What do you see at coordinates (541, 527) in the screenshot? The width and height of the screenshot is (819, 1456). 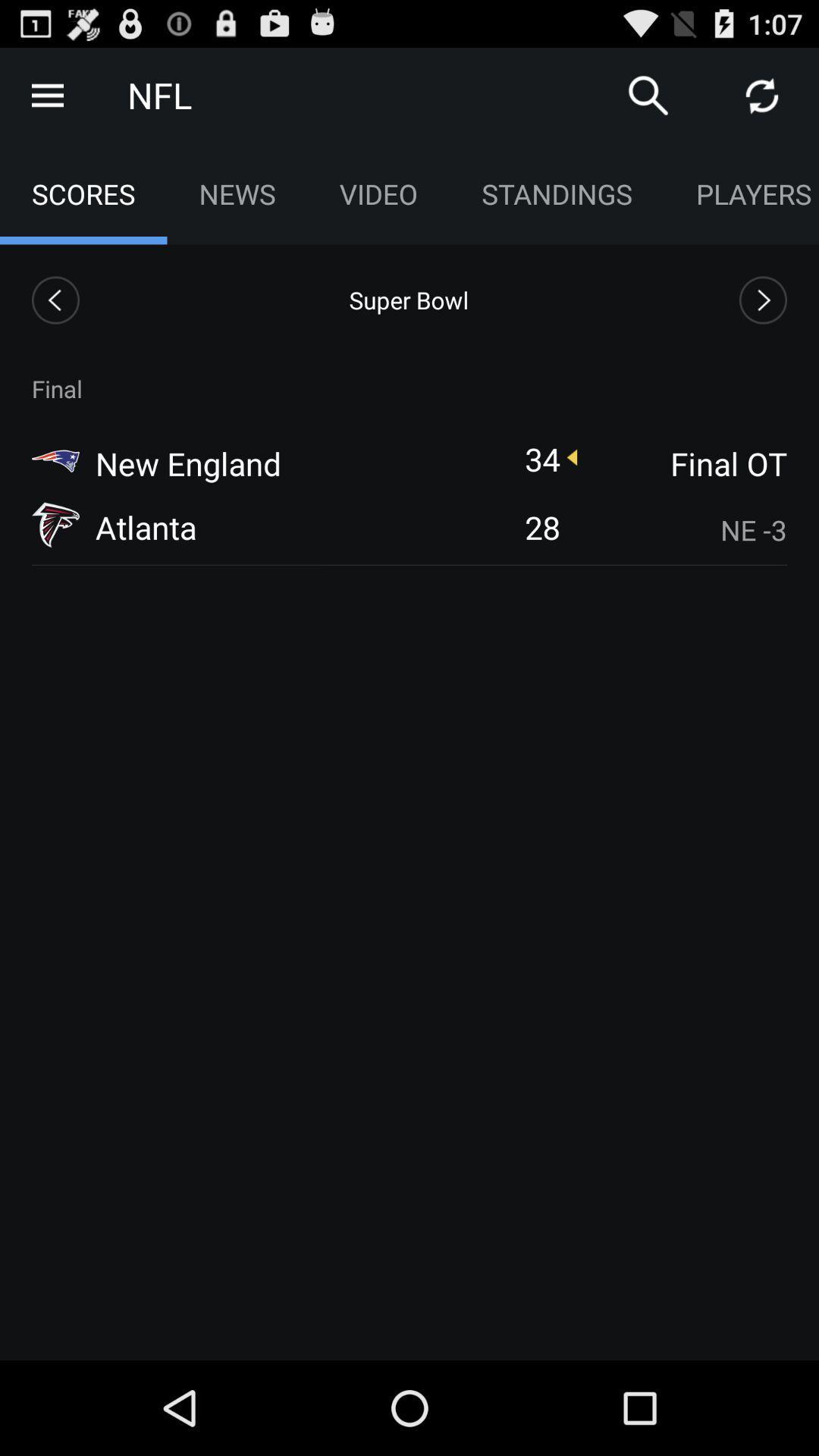 I see `icon at the center` at bounding box center [541, 527].